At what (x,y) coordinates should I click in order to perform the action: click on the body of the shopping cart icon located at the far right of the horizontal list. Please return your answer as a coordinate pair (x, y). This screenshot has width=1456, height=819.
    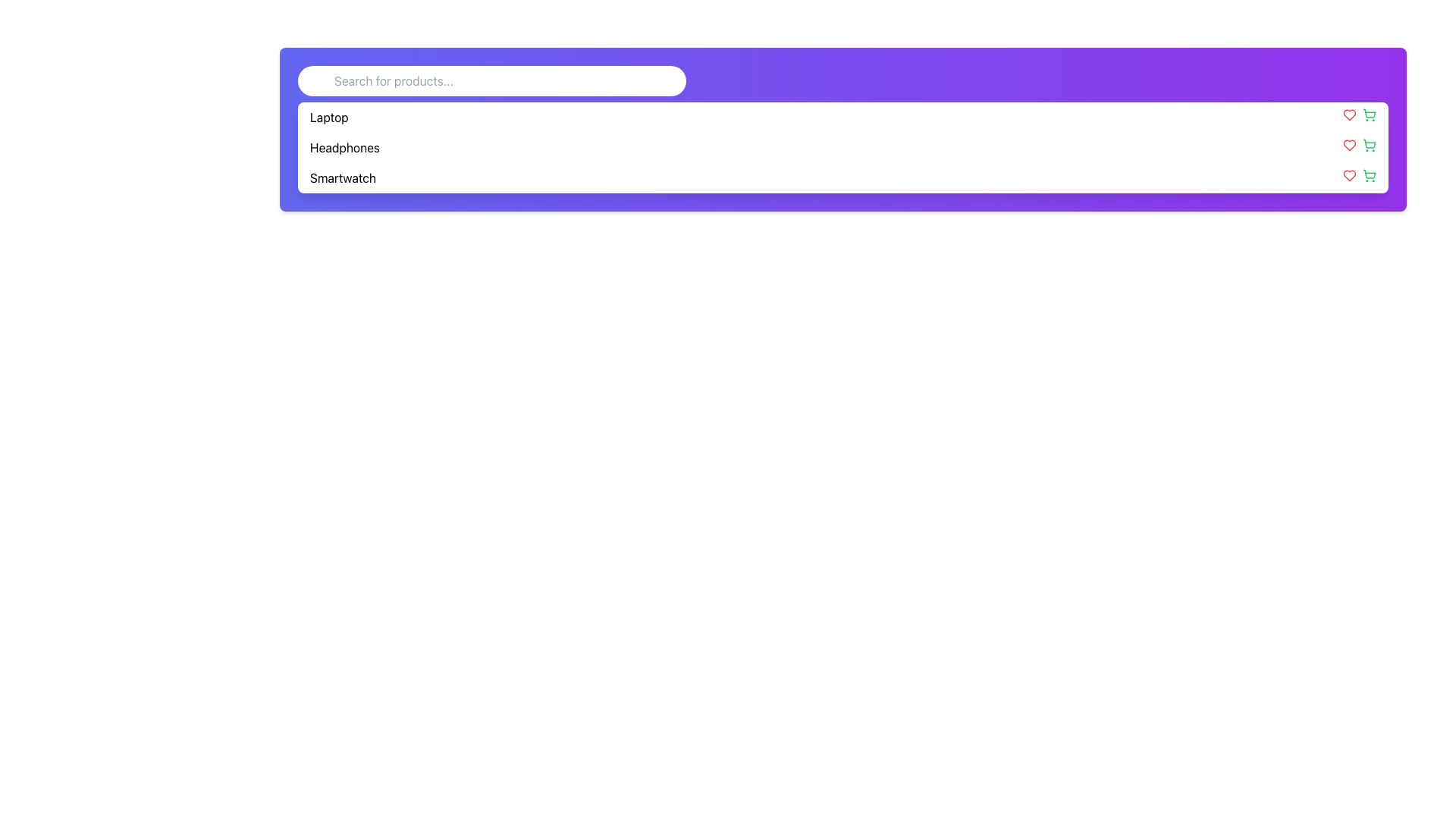
    Looking at the image, I should click on (1370, 112).